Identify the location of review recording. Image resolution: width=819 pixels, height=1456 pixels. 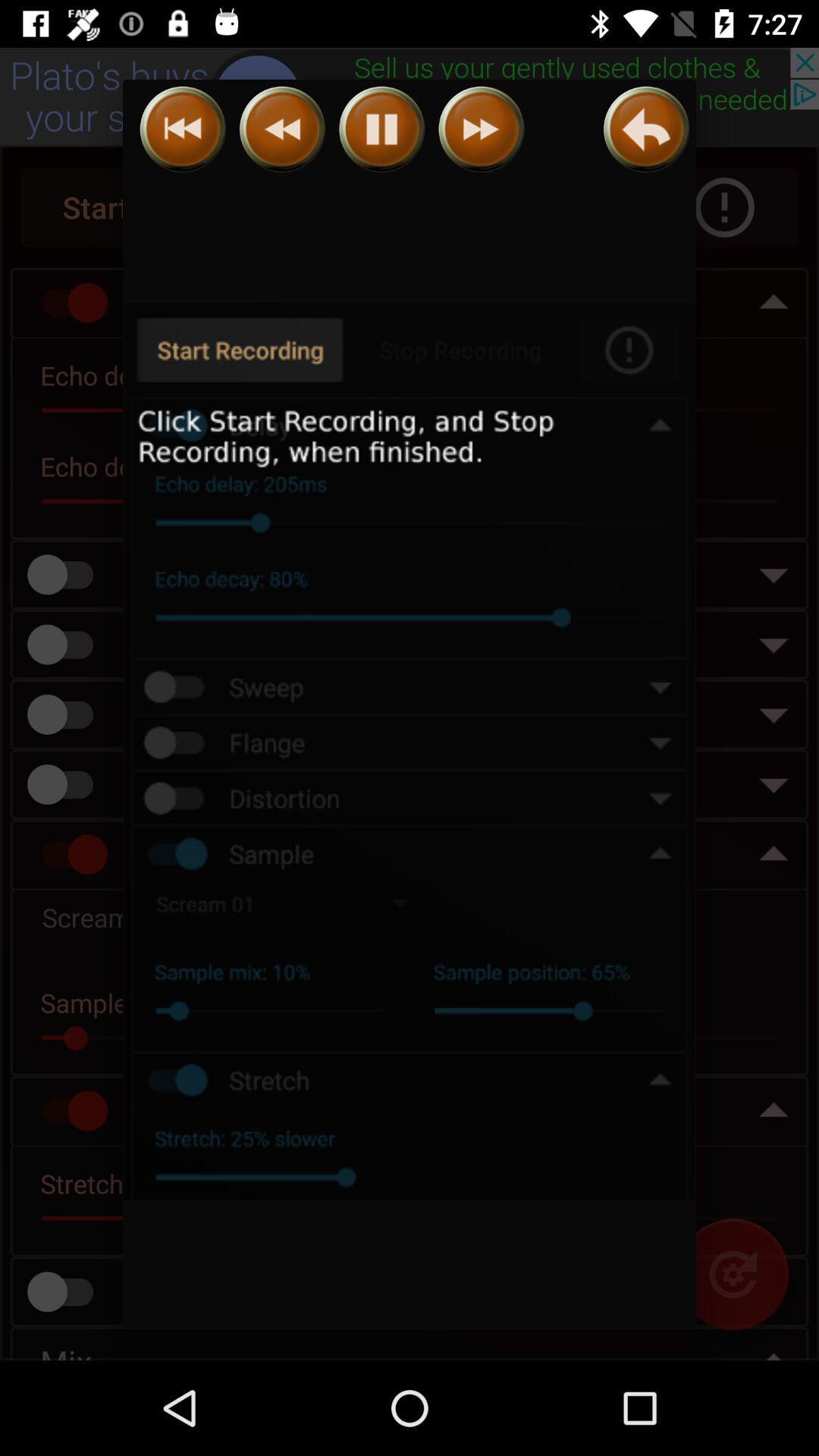
(646, 129).